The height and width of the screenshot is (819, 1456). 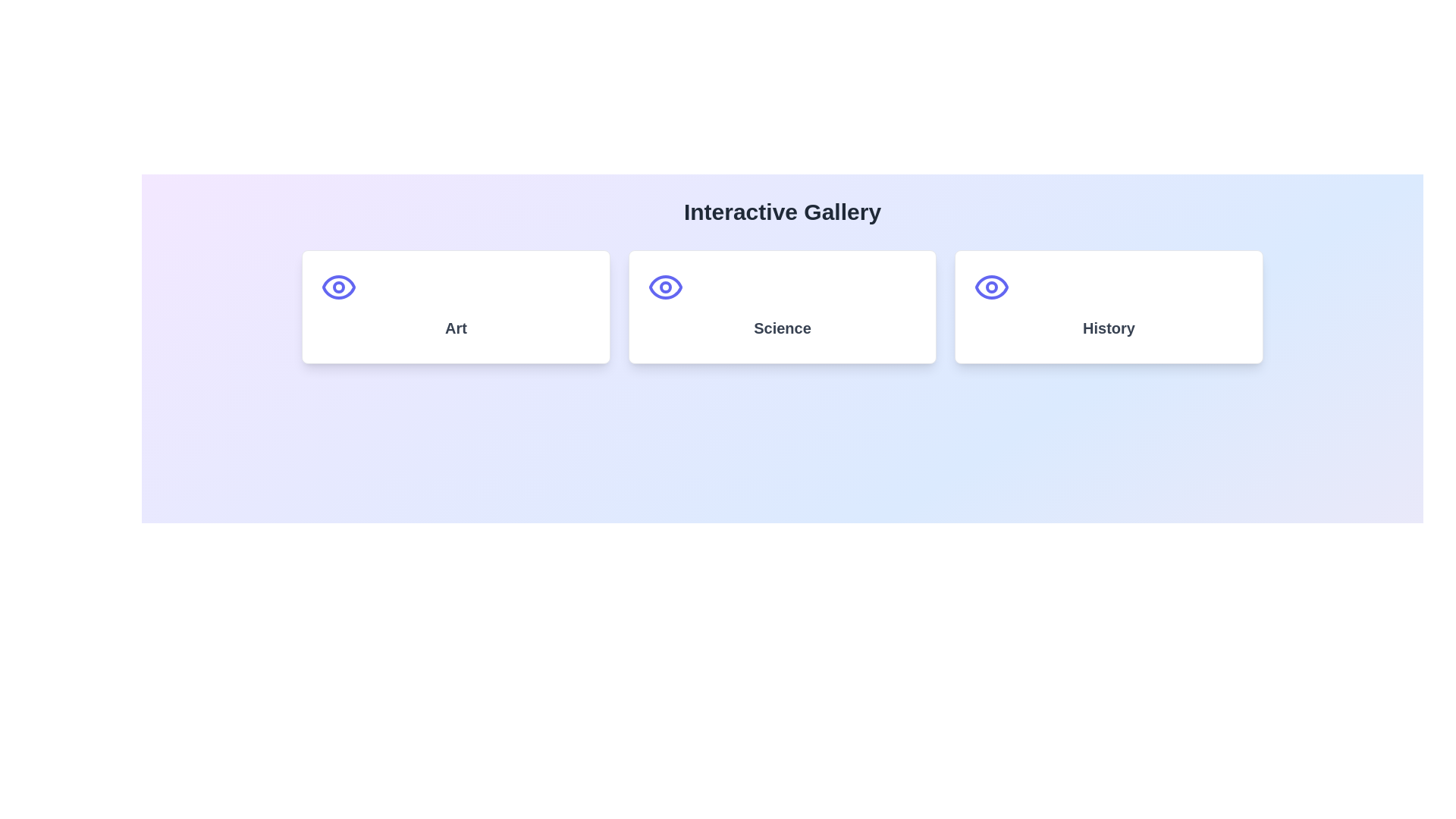 What do you see at coordinates (783, 212) in the screenshot?
I see `the prominently styled heading 'Interactive Gallery', which is a large, bold text in dark gray color, centered above the grid of cards labeled 'Art', 'Science', and 'History'` at bounding box center [783, 212].